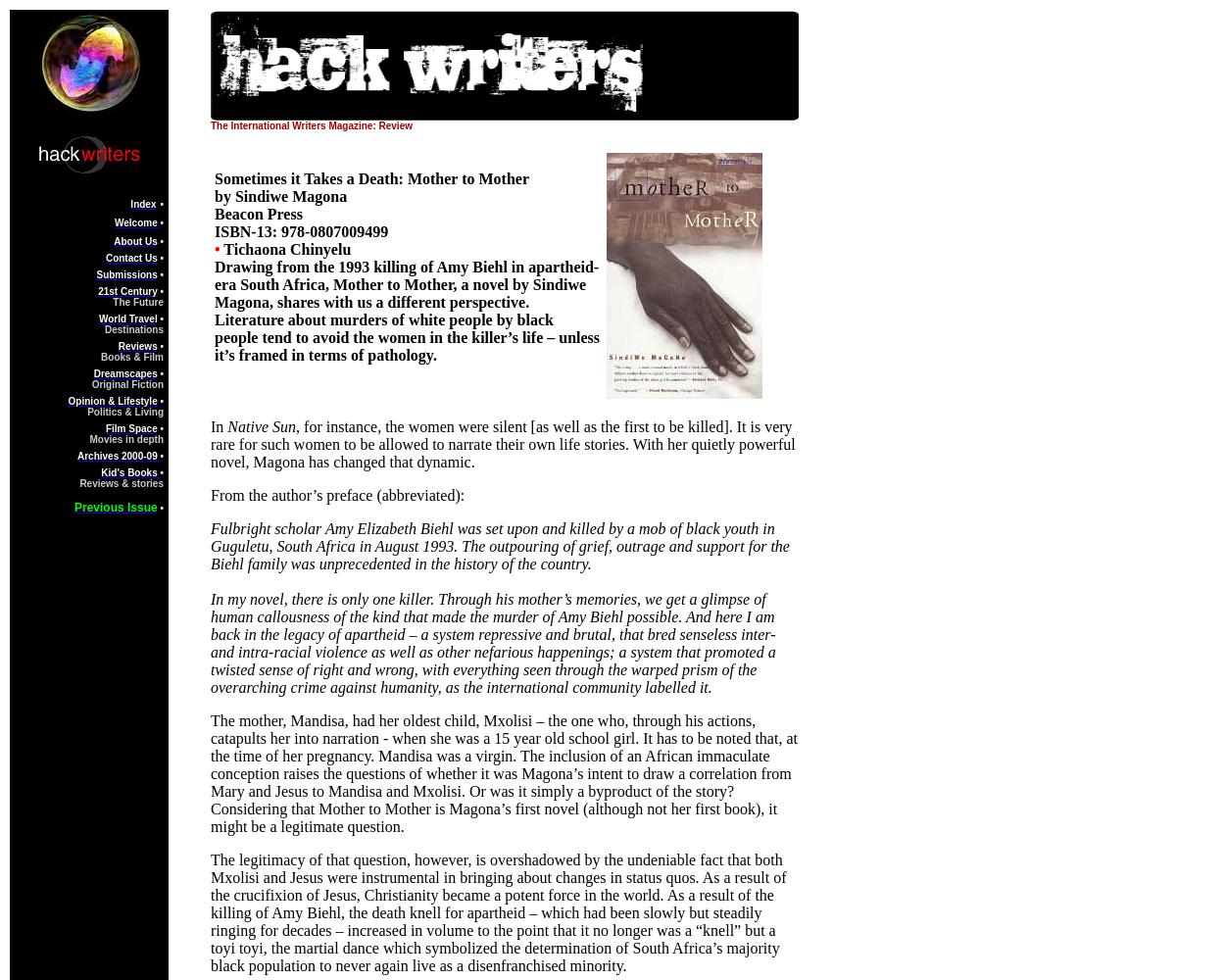 The height and width of the screenshot is (980, 1225). I want to click on 'Movies in depth', so click(126, 438).